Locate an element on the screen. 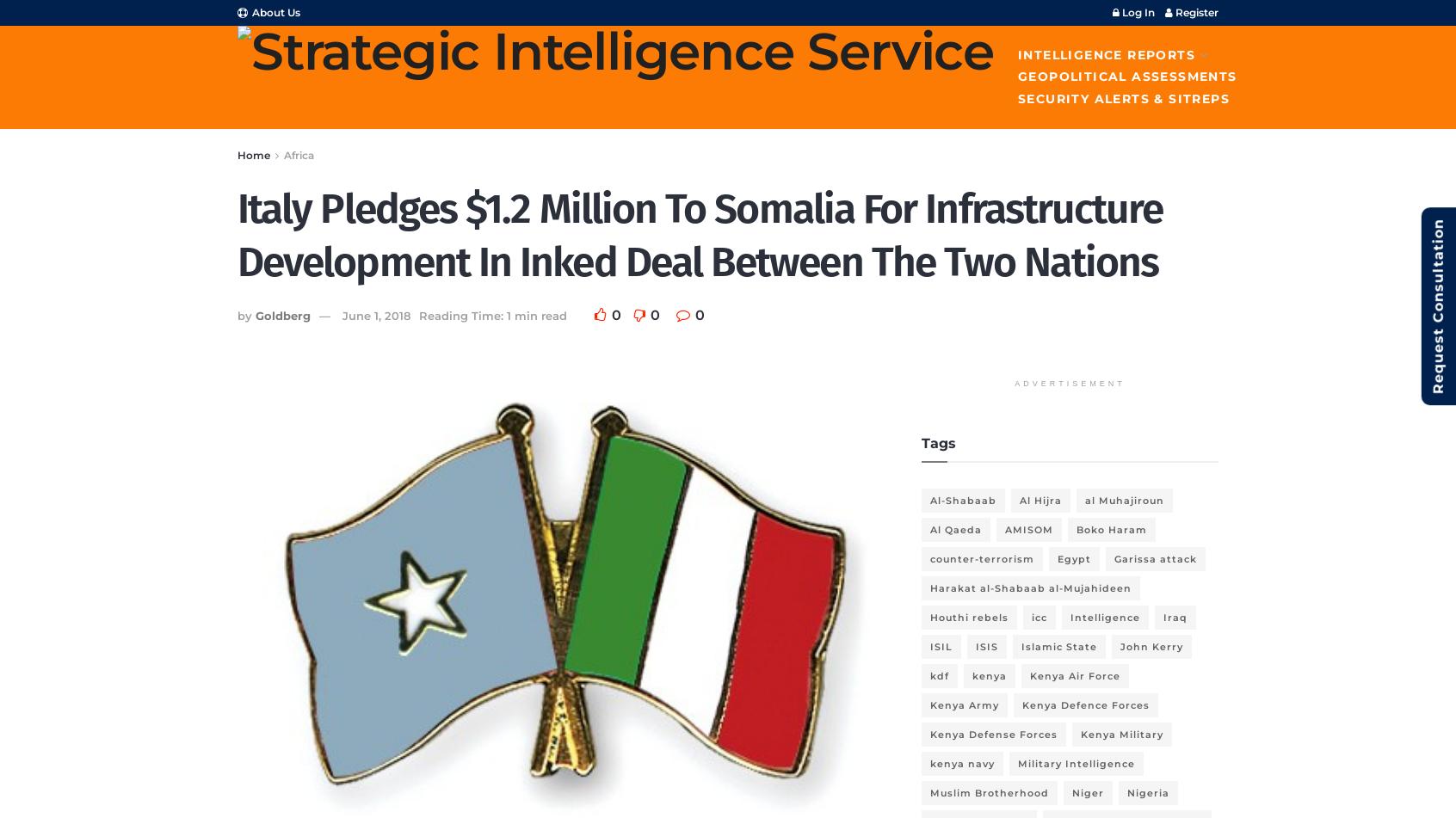  'Italy Pledges $1.2 Million To Somalia For Infrastructure Development In Inked Deal Between The Two Nations' is located at coordinates (237, 235).